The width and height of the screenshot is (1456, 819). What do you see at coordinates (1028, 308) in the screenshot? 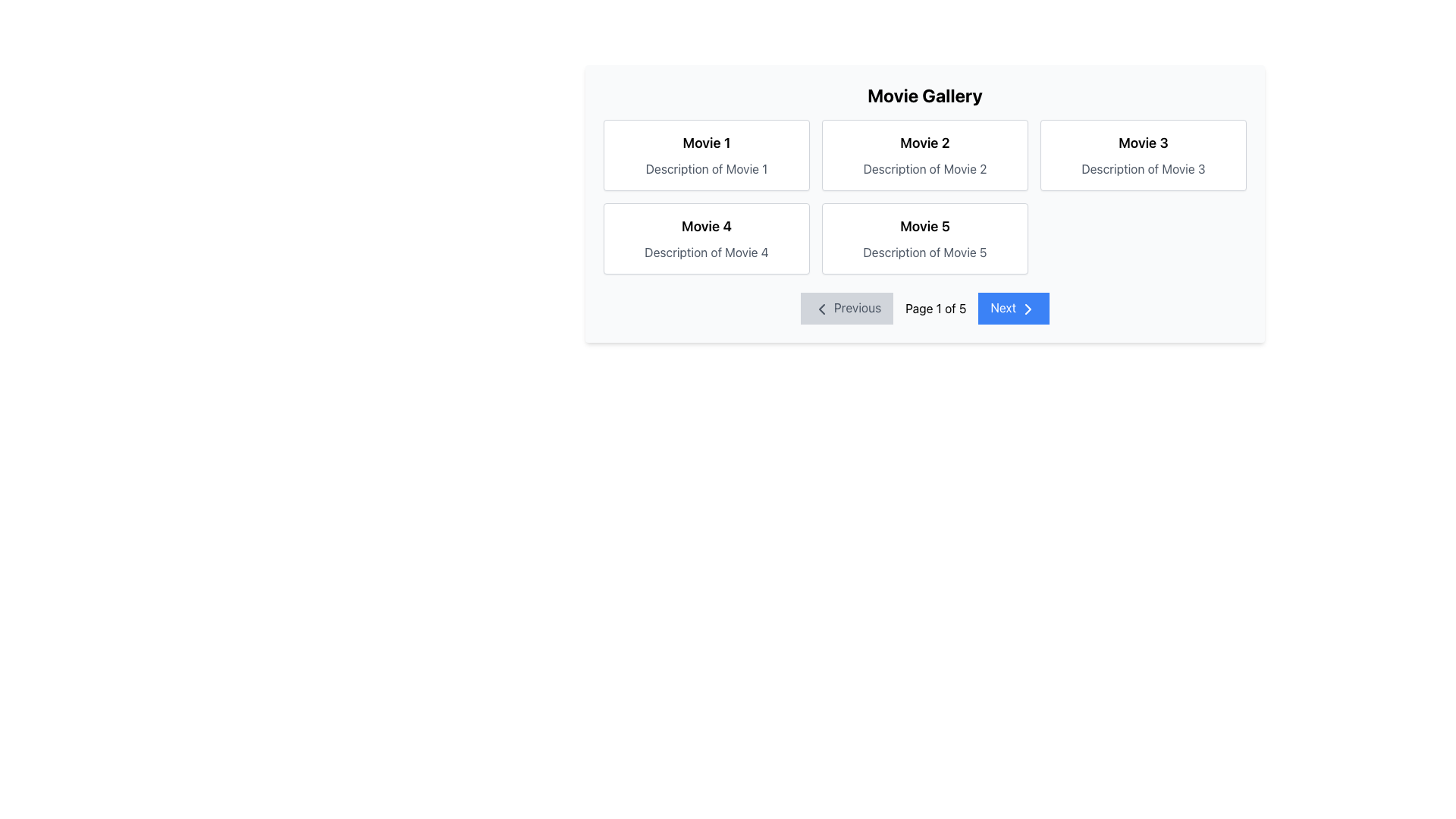
I see `the rightward-pointing chevron icon inside the 'Next' button located in the bottom navigation bar` at bounding box center [1028, 308].